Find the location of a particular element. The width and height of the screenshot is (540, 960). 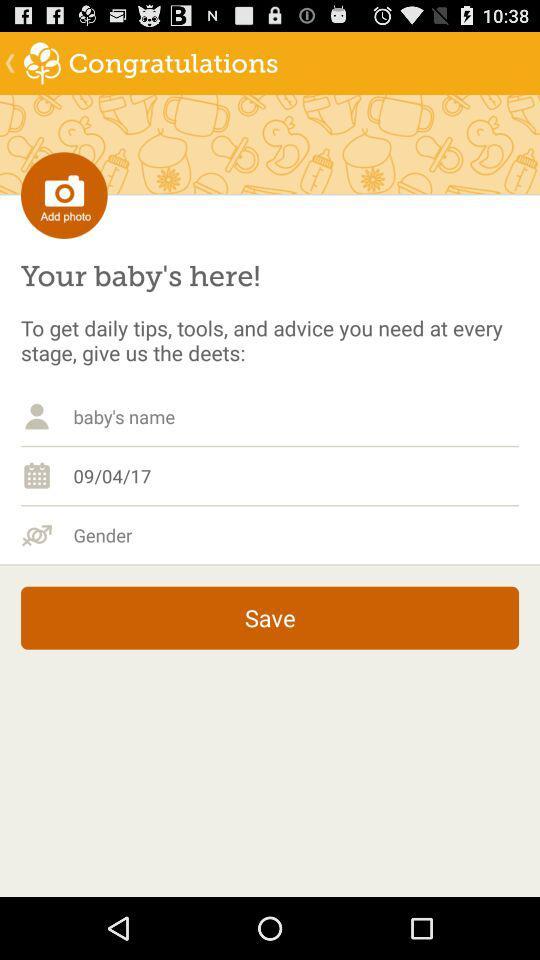

write the baby 's name is located at coordinates (295, 415).